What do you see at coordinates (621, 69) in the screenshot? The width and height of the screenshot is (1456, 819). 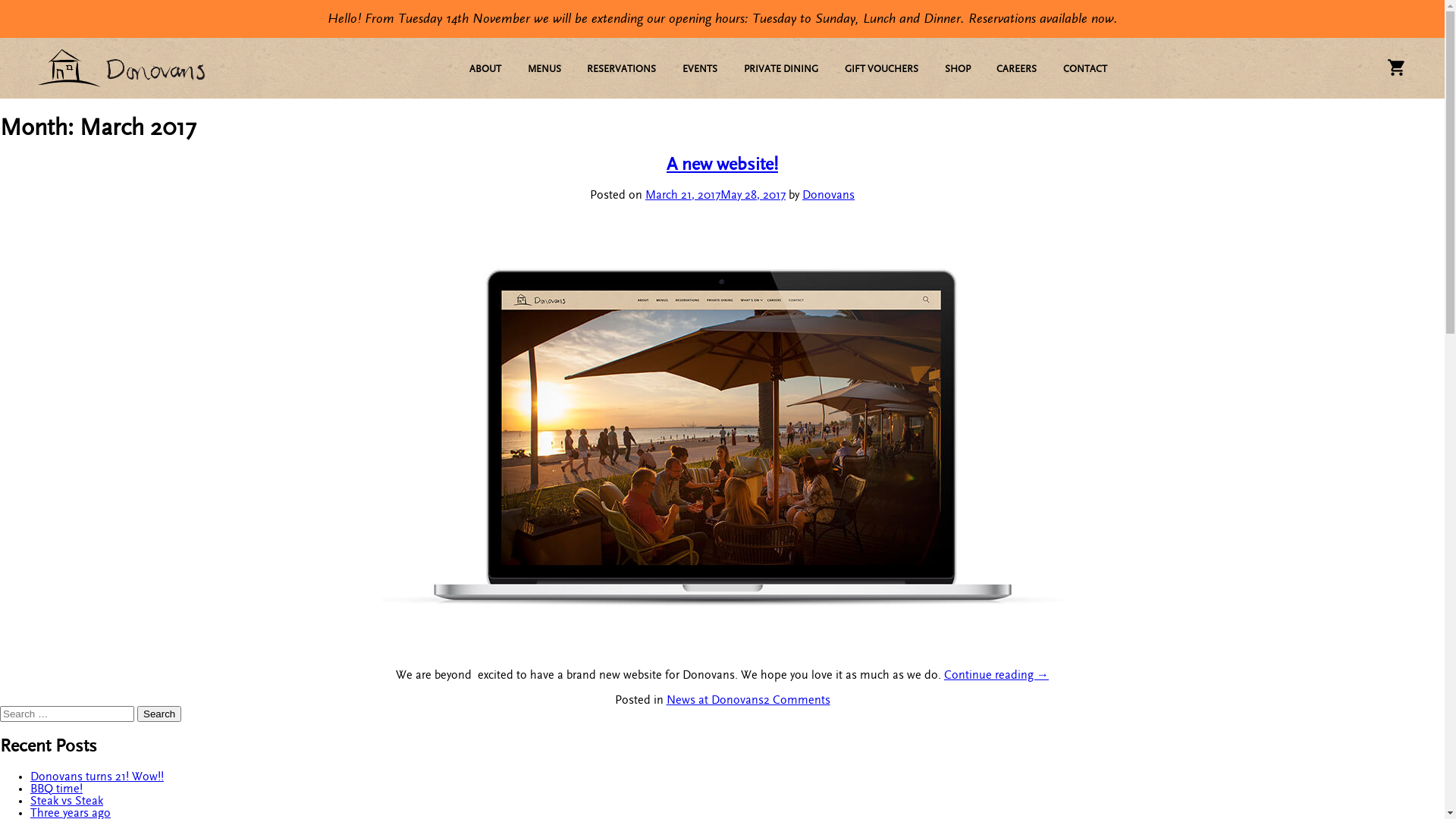 I see `'RESERVATIONS'` at bounding box center [621, 69].